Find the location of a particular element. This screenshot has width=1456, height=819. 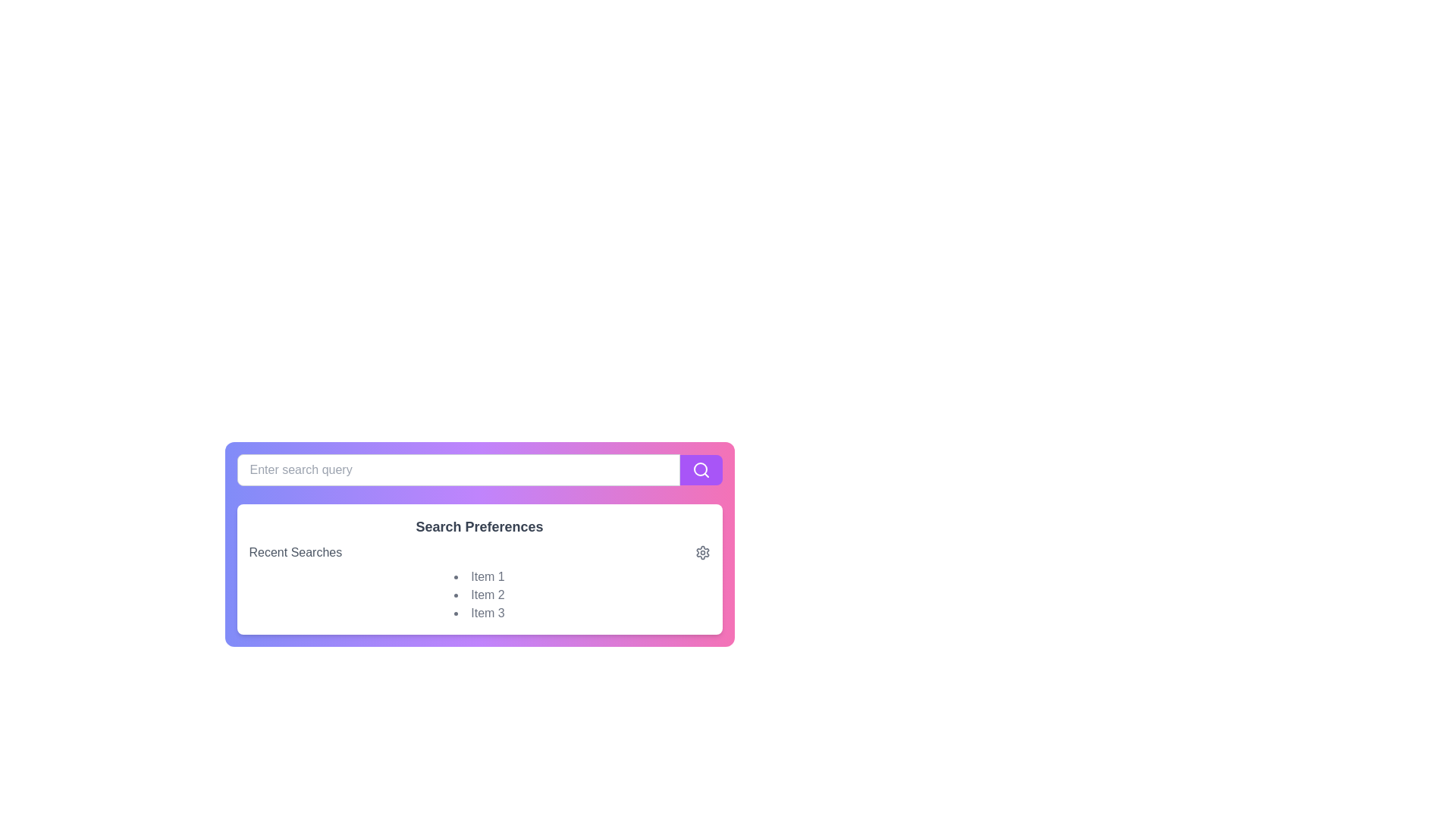

the static text item displaying 'Item 1' in the 'Recent Searches' section, which is the first item in the bullet-point list is located at coordinates (479, 576).